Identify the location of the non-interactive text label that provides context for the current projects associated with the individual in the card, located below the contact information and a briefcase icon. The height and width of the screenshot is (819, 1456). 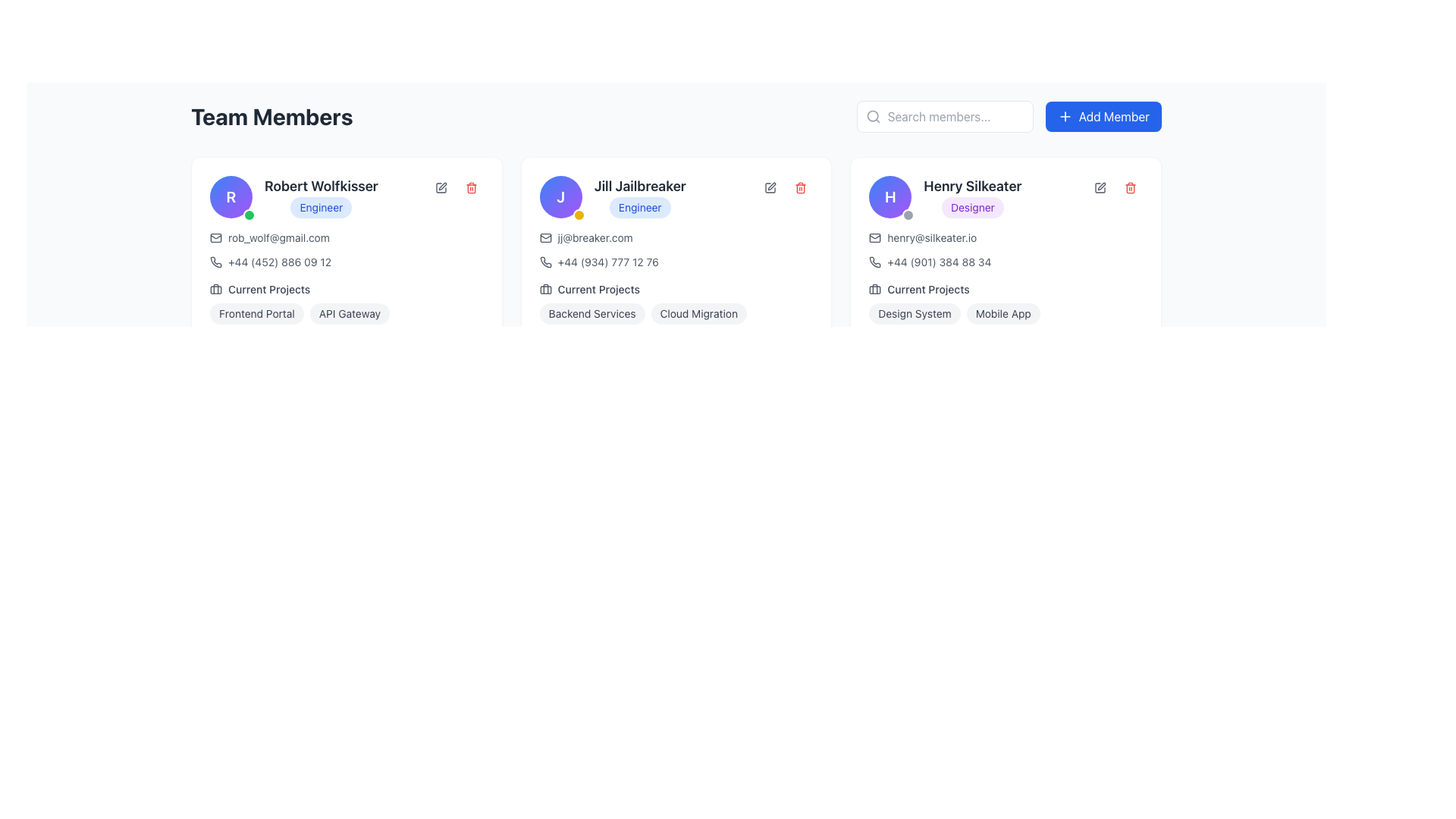
(269, 289).